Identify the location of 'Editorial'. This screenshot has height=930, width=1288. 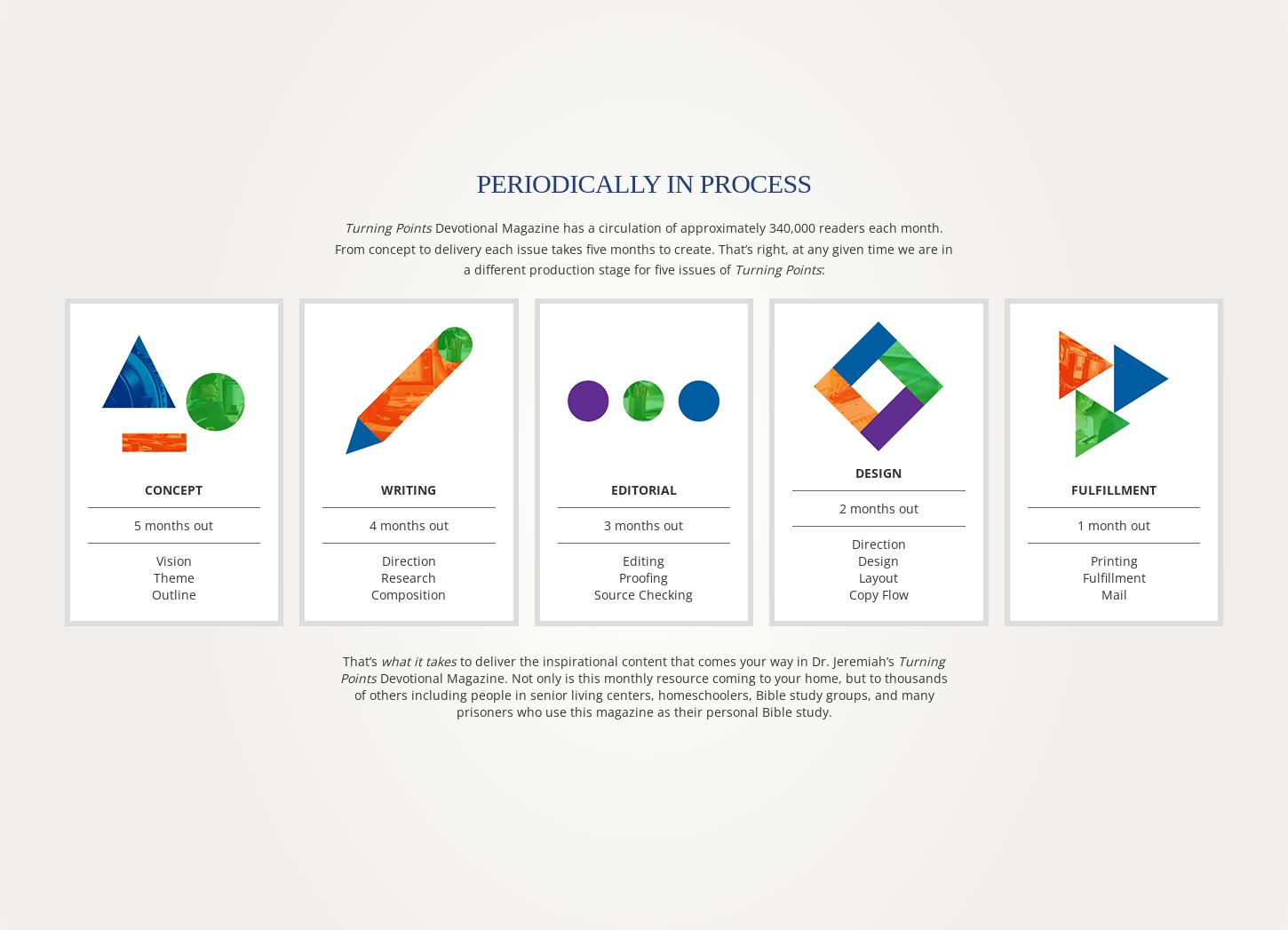
(641, 489).